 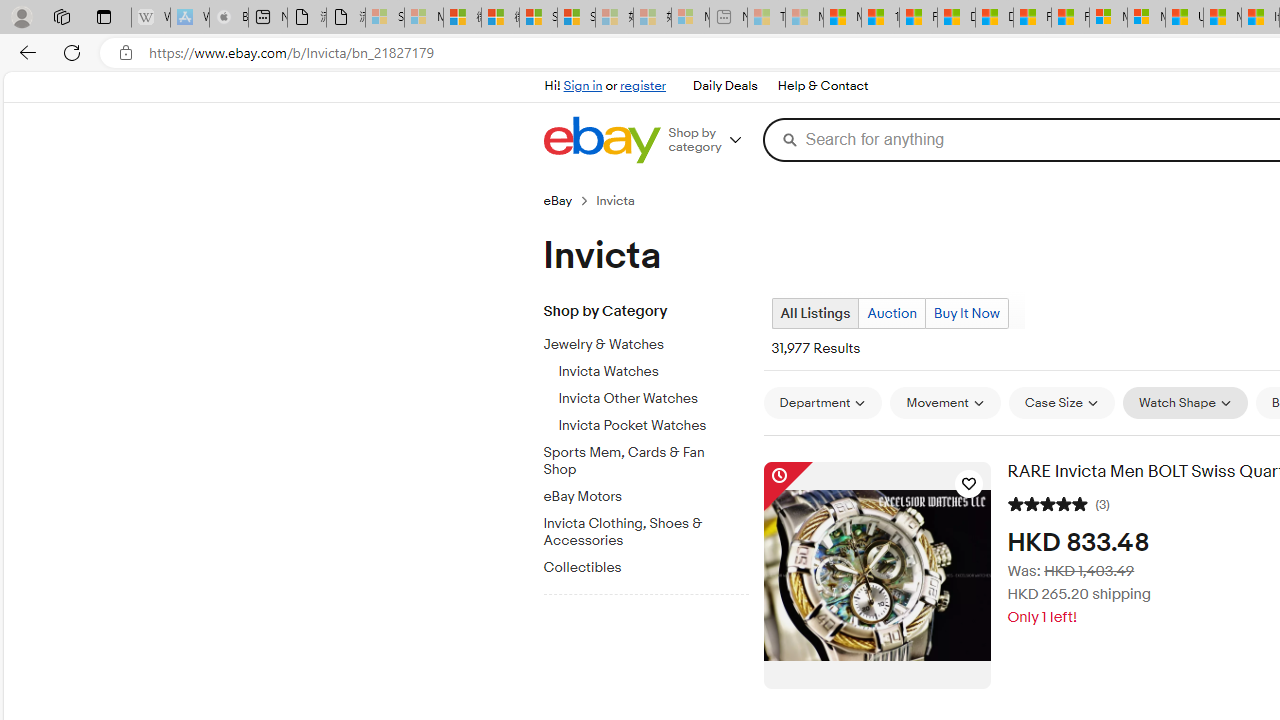 What do you see at coordinates (582, 85) in the screenshot?
I see `'Sign in'` at bounding box center [582, 85].